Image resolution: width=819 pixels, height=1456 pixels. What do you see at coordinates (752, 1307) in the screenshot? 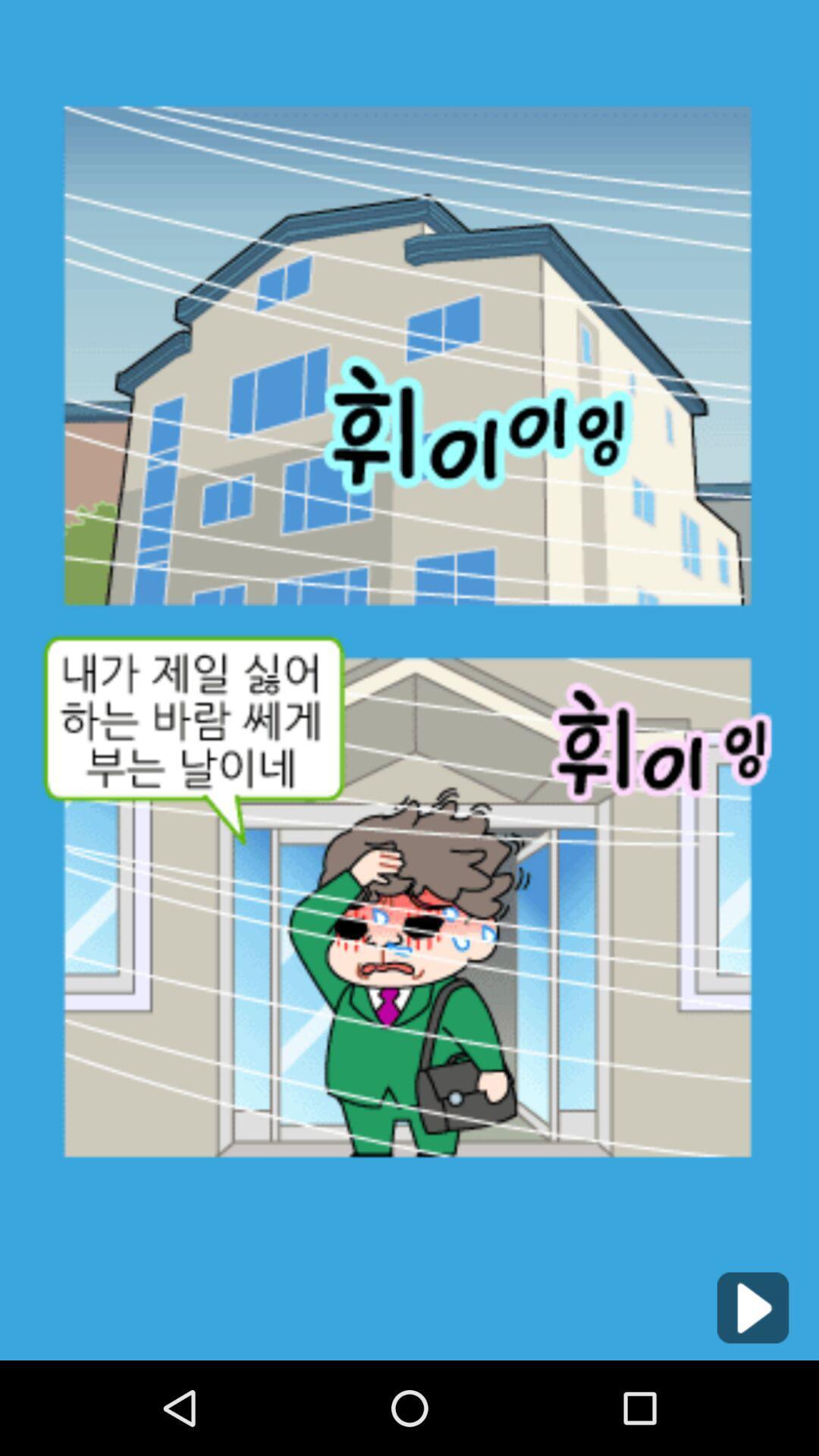
I see `next screen` at bounding box center [752, 1307].